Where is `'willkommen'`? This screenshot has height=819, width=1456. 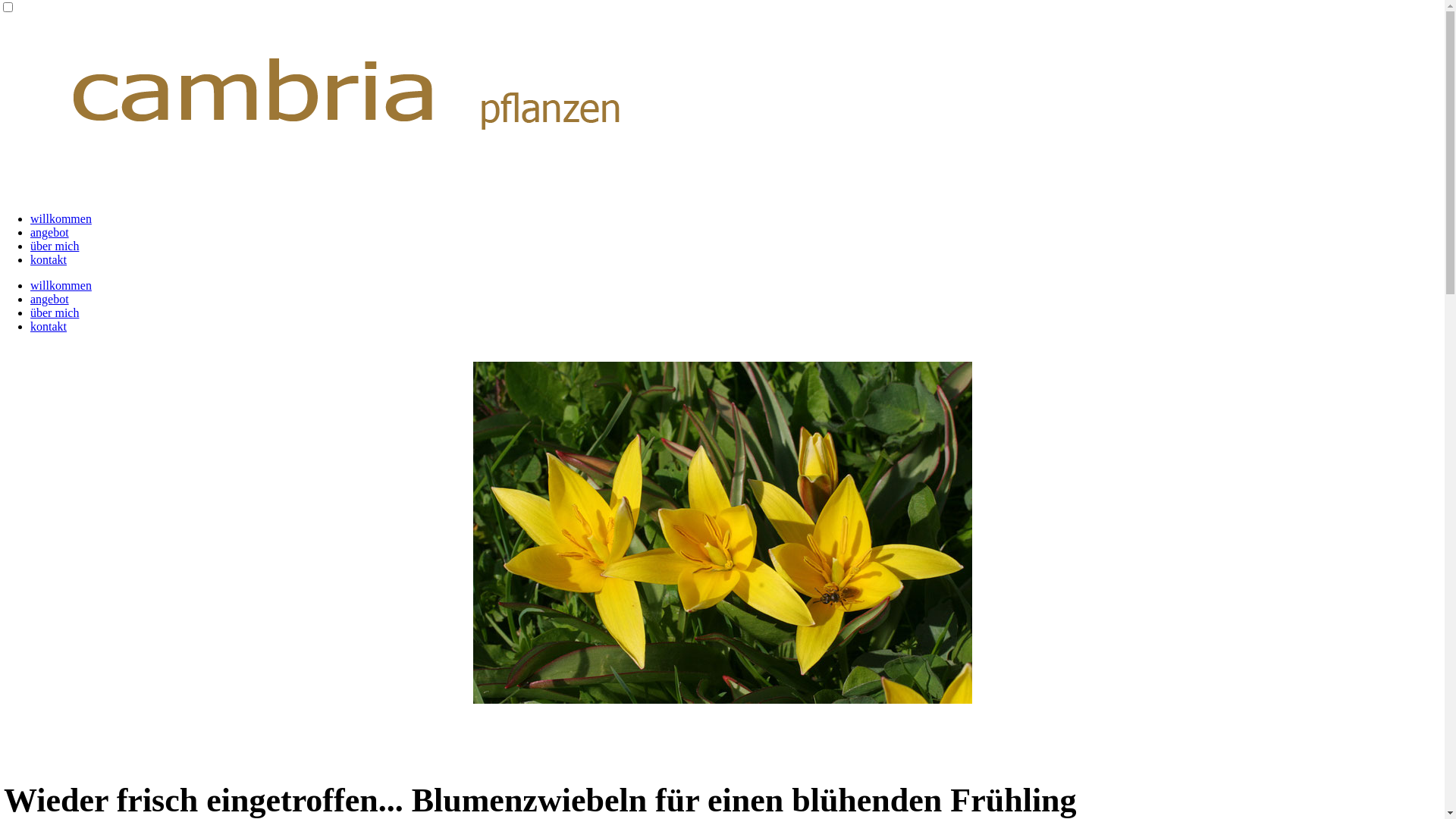
'willkommen' is located at coordinates (30, 285).